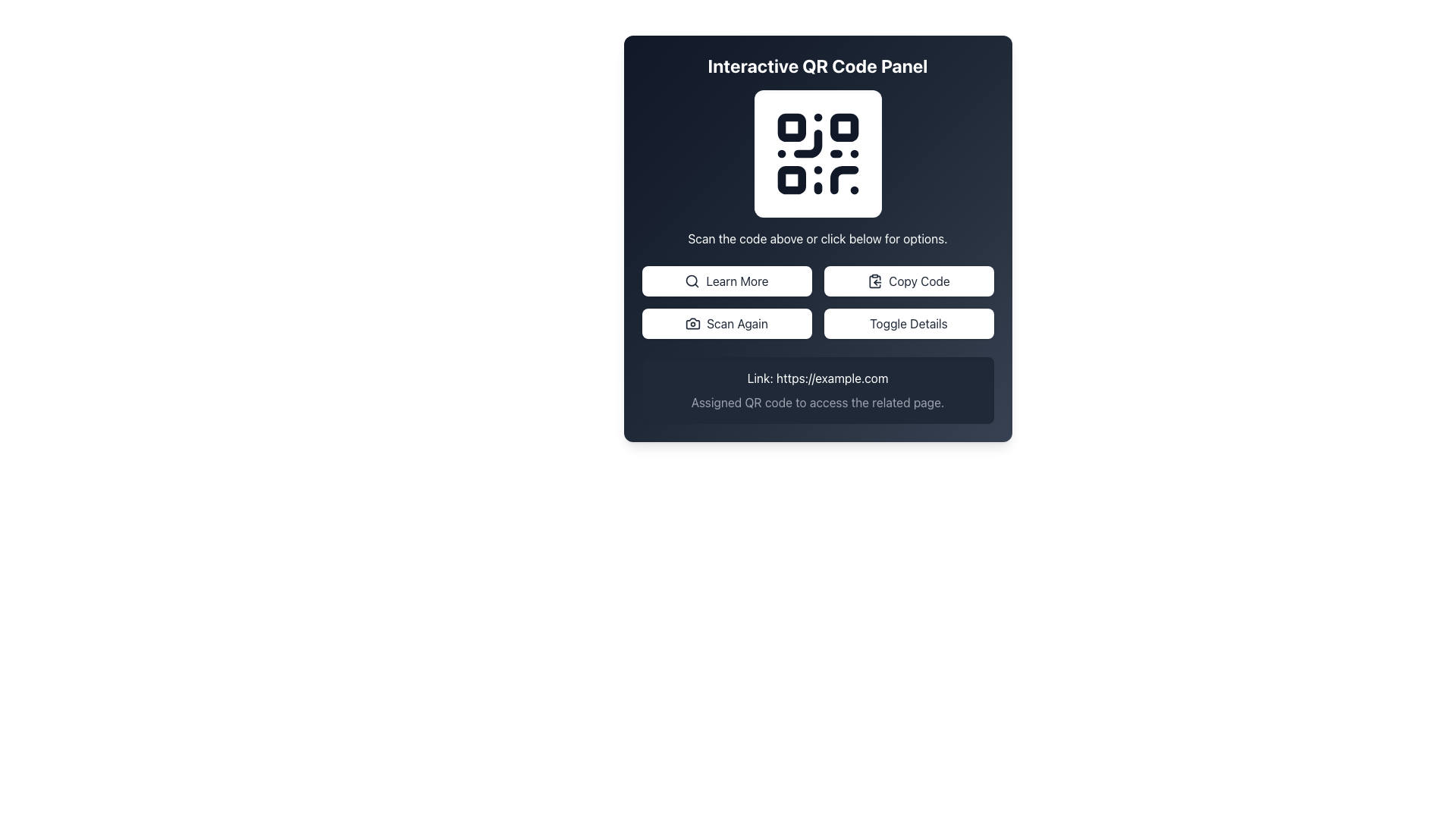 Image resolution: width=1456 pixels, height=819 pixels. What do you see at coordinates (817, 65) in the screenshot?
I see `bold, centered text labeled 'Interactive QR Code Panel' located at the top of the dark gradient background panel` at bounding box center [817, 65].